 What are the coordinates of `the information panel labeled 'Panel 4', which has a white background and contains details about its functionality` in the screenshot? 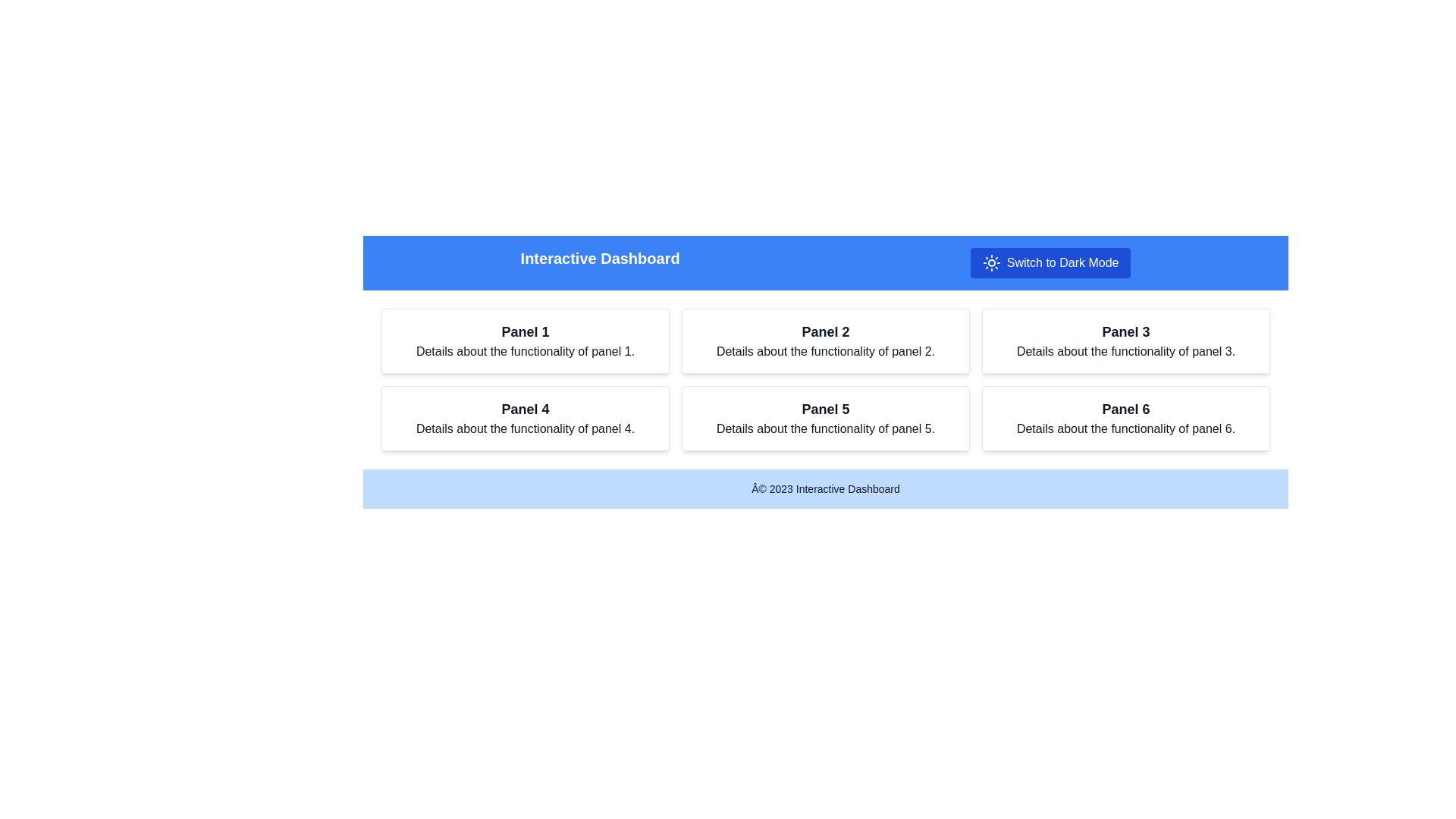 It's located at (525, 418).